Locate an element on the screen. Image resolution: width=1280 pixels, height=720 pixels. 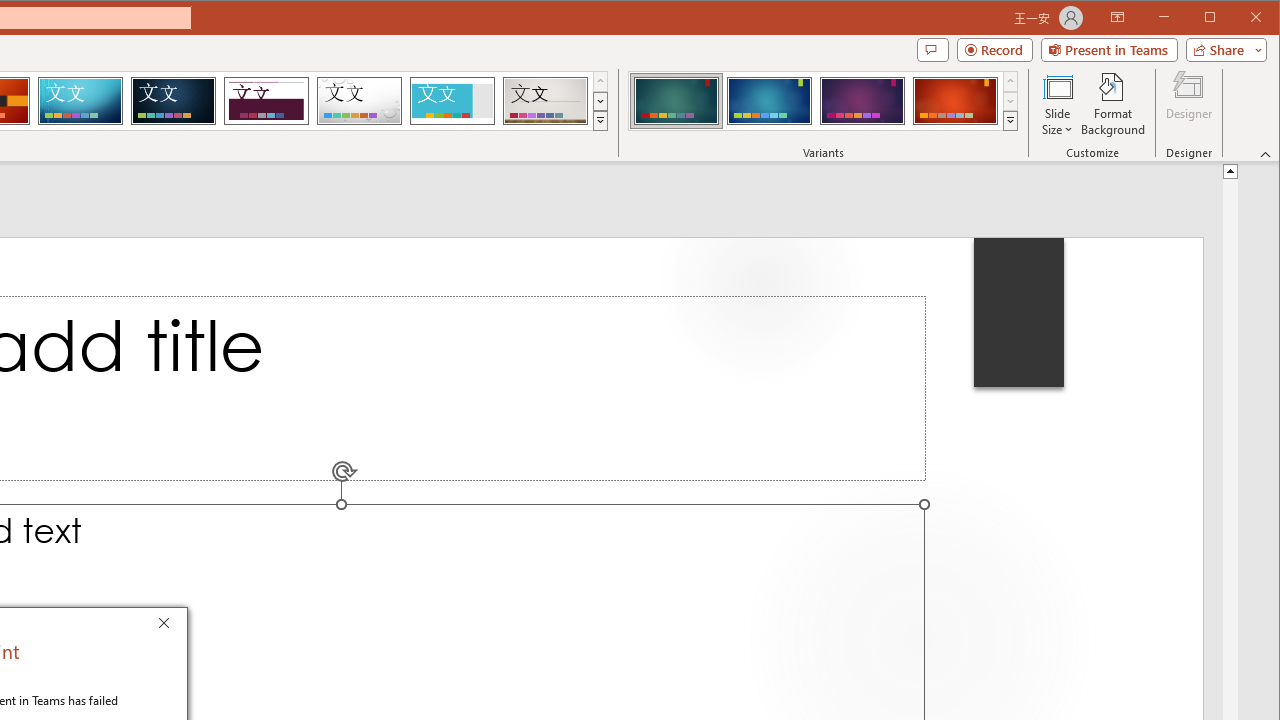
'Dividend' is located at coordinates (265, 100).